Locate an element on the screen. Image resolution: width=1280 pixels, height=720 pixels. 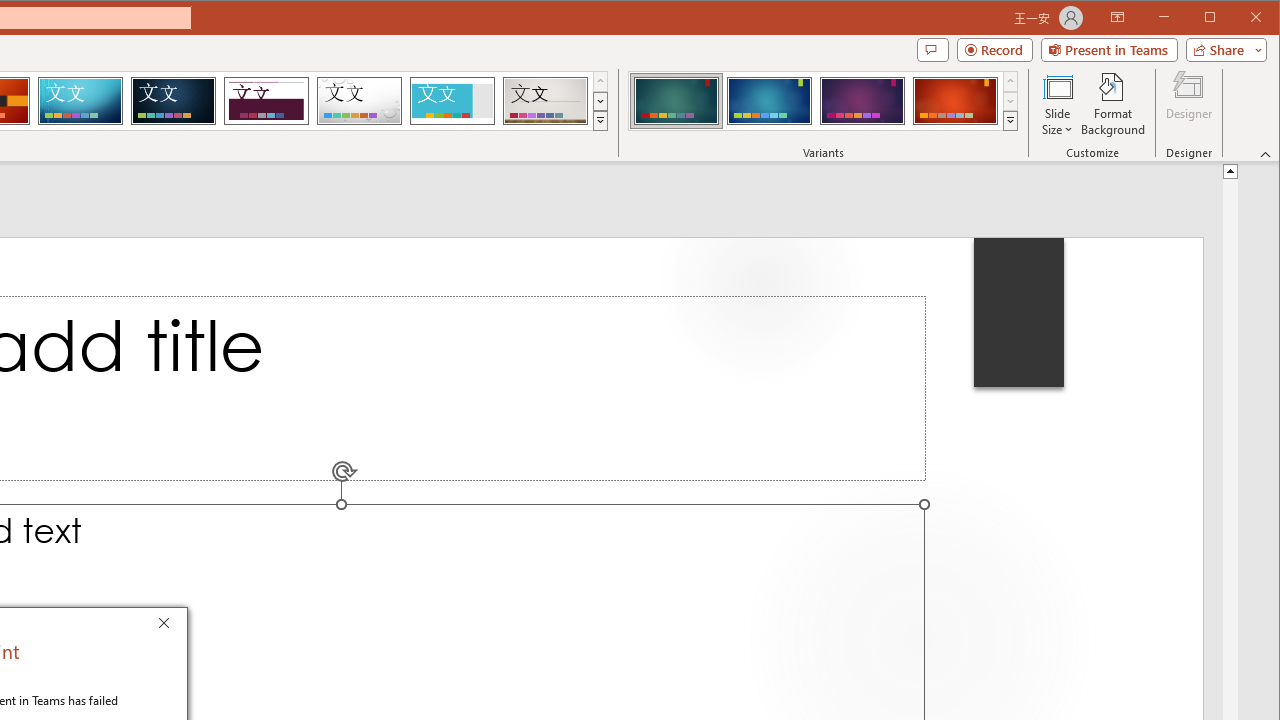
'Dividend' is located at coordinates (265, 100).